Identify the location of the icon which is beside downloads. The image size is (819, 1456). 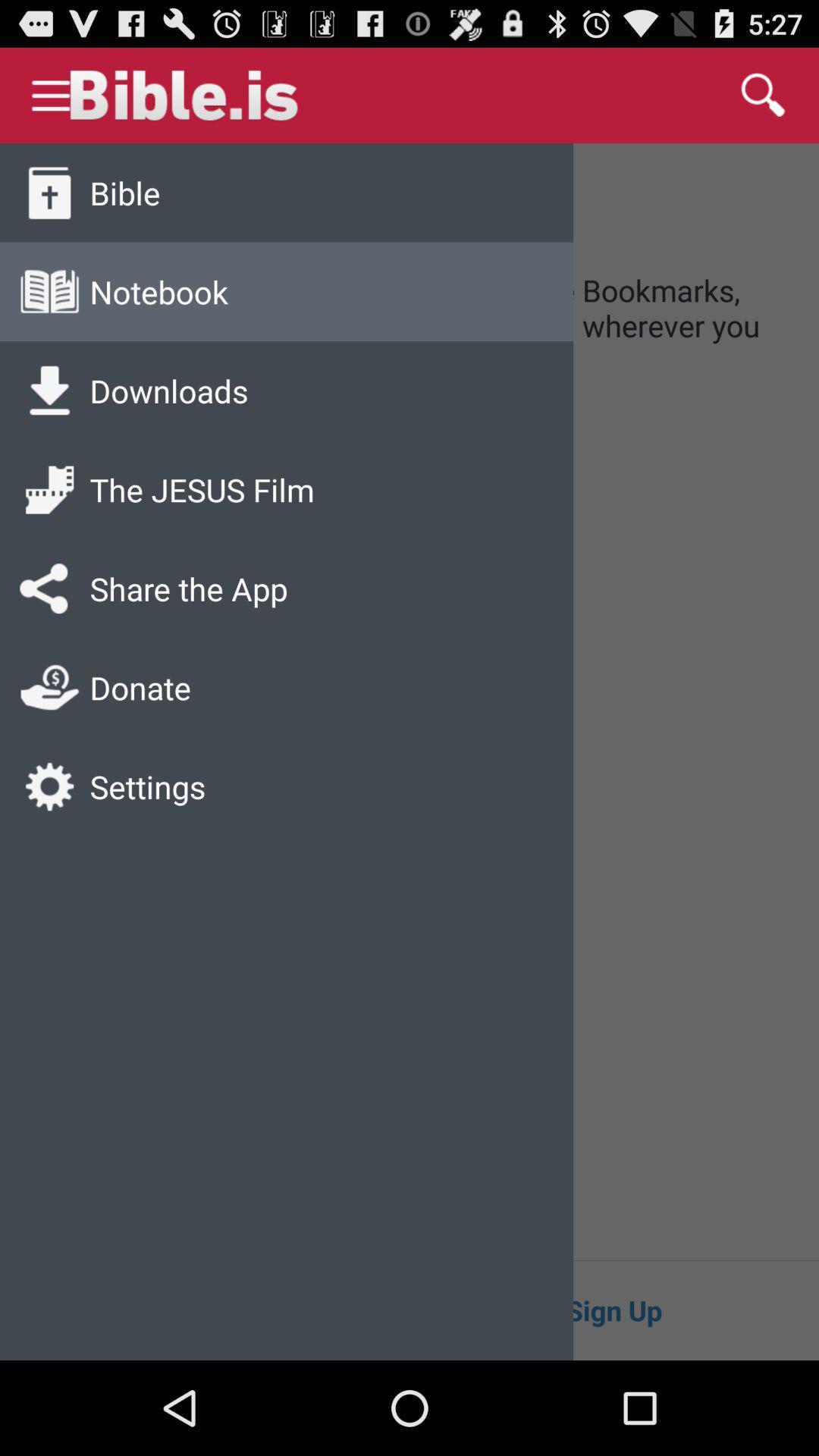
(49, 391).